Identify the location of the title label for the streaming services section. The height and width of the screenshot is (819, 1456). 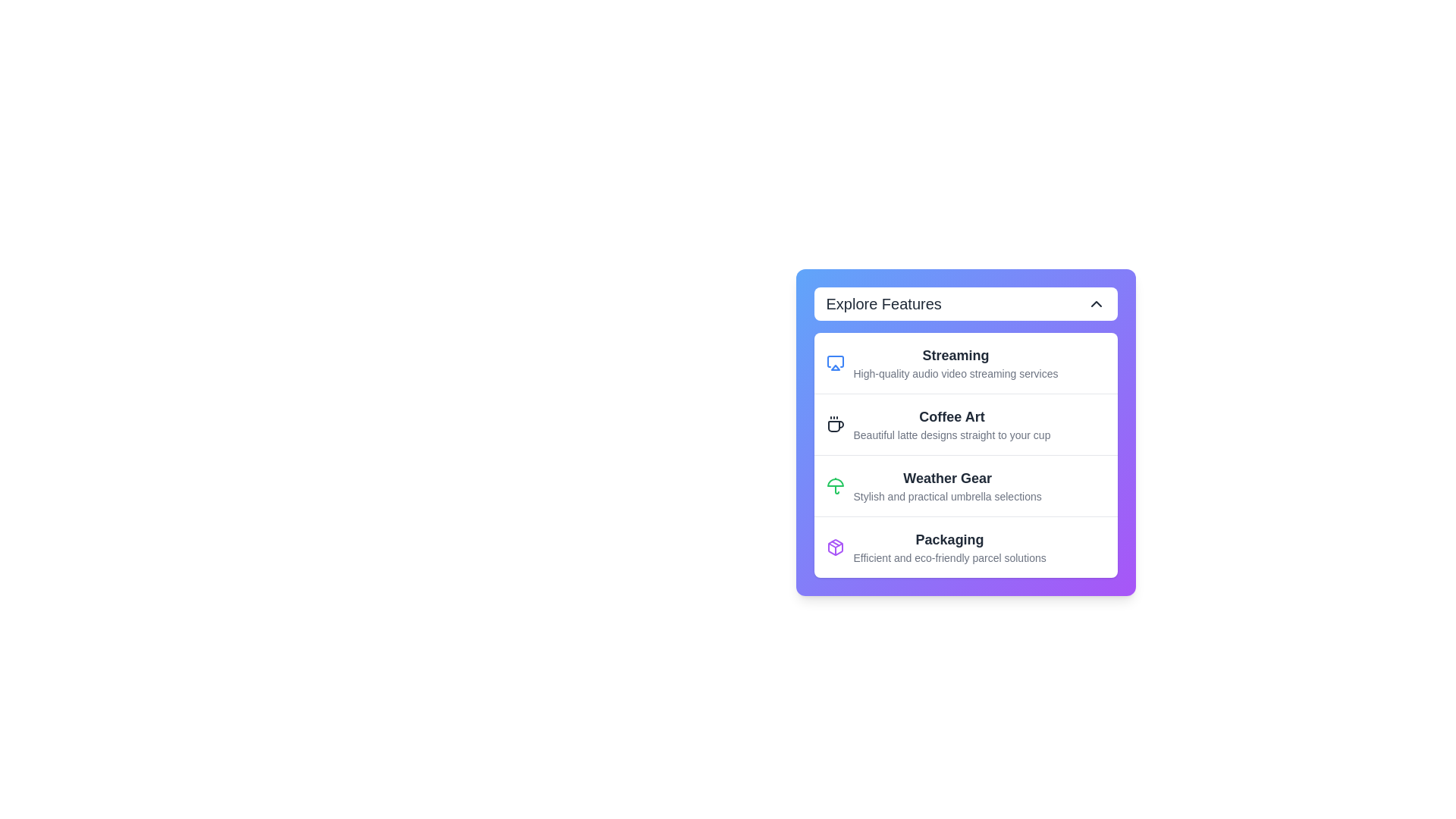
(955, 356).